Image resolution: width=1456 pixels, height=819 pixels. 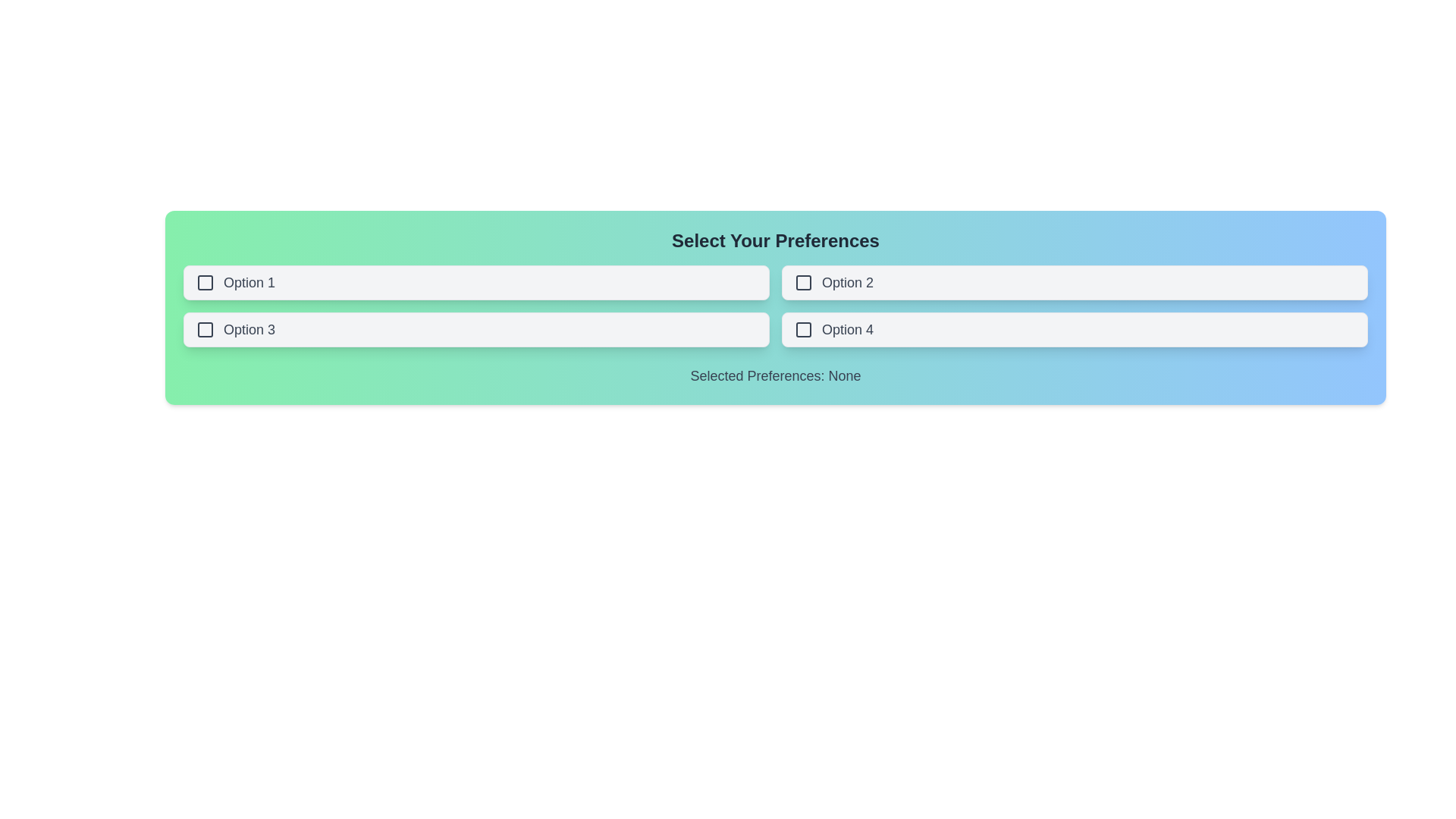 I want to click on the button labeled Option 1 to observe the hover state change, so click(x=475, y=283).